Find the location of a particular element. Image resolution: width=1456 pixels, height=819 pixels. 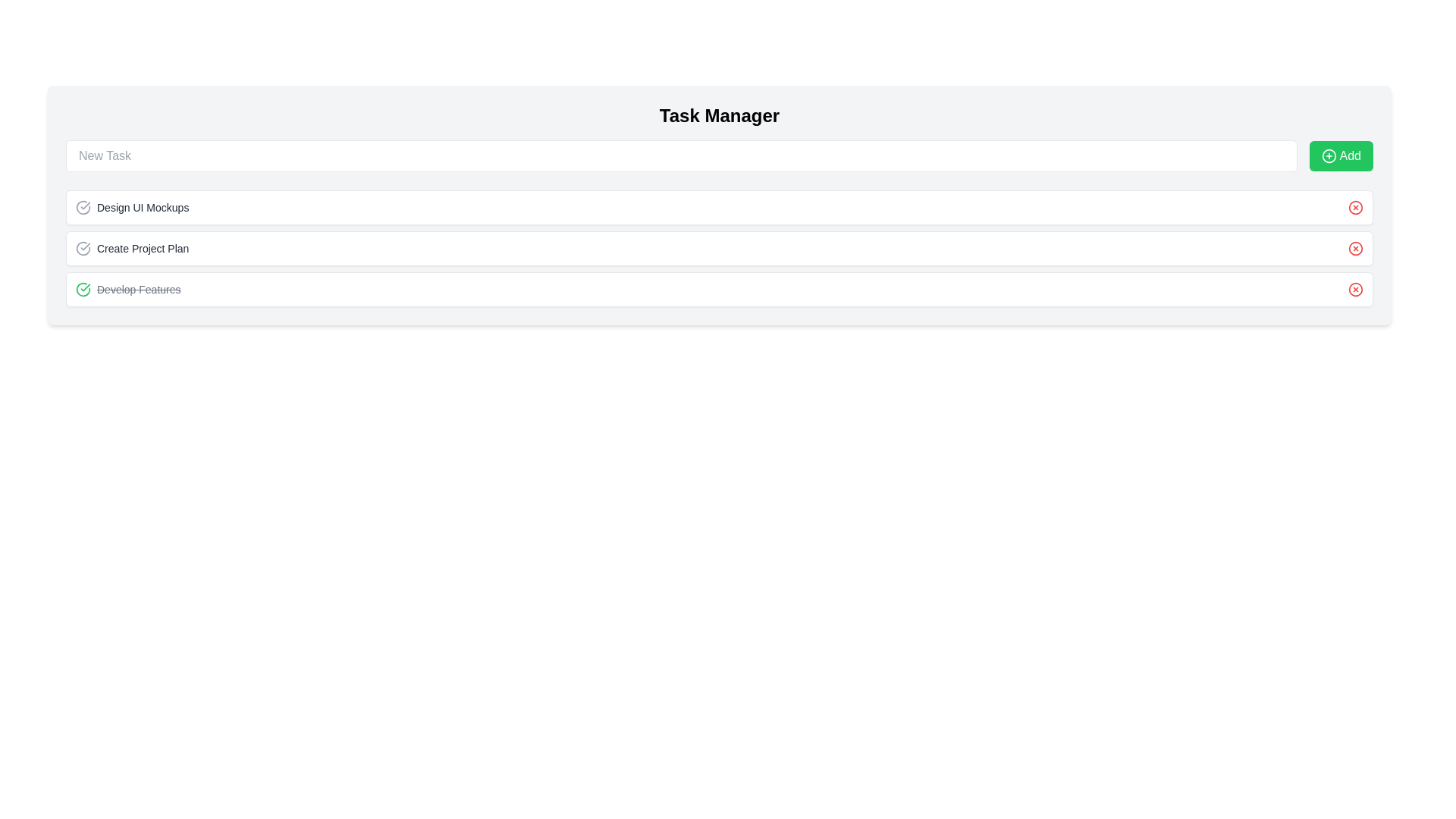

the 'Add Task' button located at the far right of the layout is located at coordinates (1341, 155).